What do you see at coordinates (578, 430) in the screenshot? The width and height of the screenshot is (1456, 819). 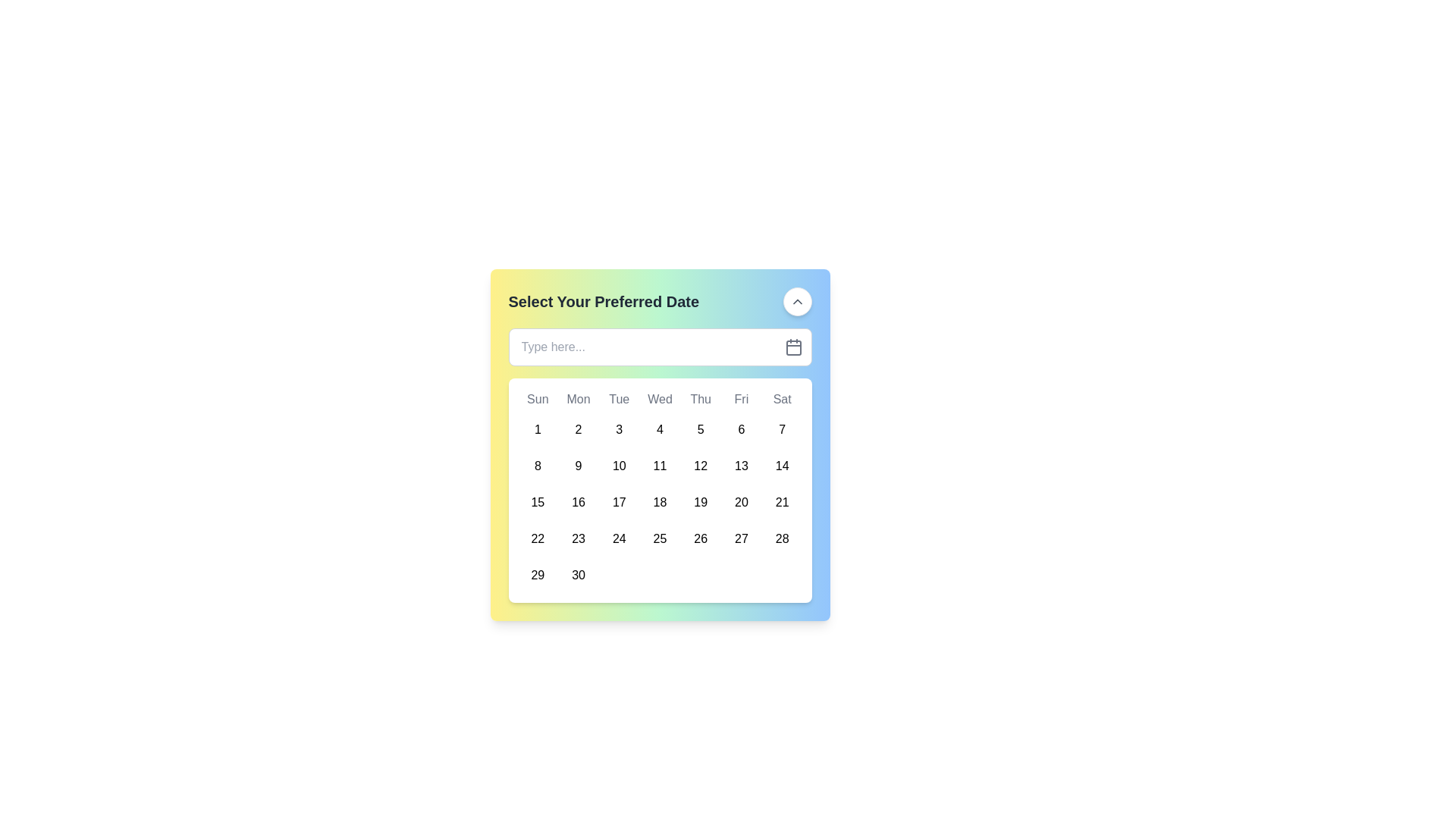 I see `the circular button displaying the number '2'` at bounding box center [578, 430].